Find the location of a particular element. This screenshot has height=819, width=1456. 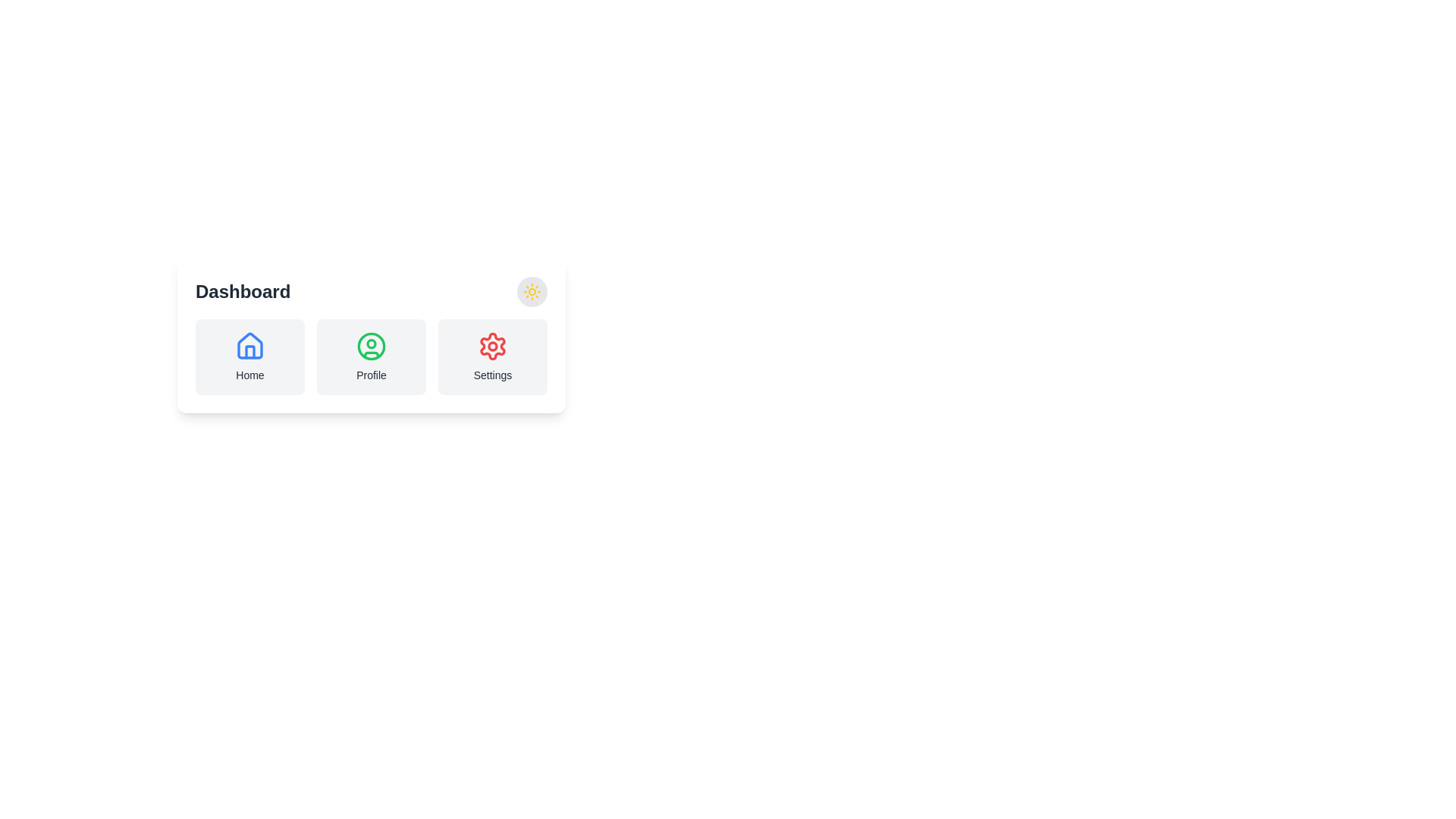

the button located at the top right of the 'Dashboard' section is located at coordinates (532, 292).